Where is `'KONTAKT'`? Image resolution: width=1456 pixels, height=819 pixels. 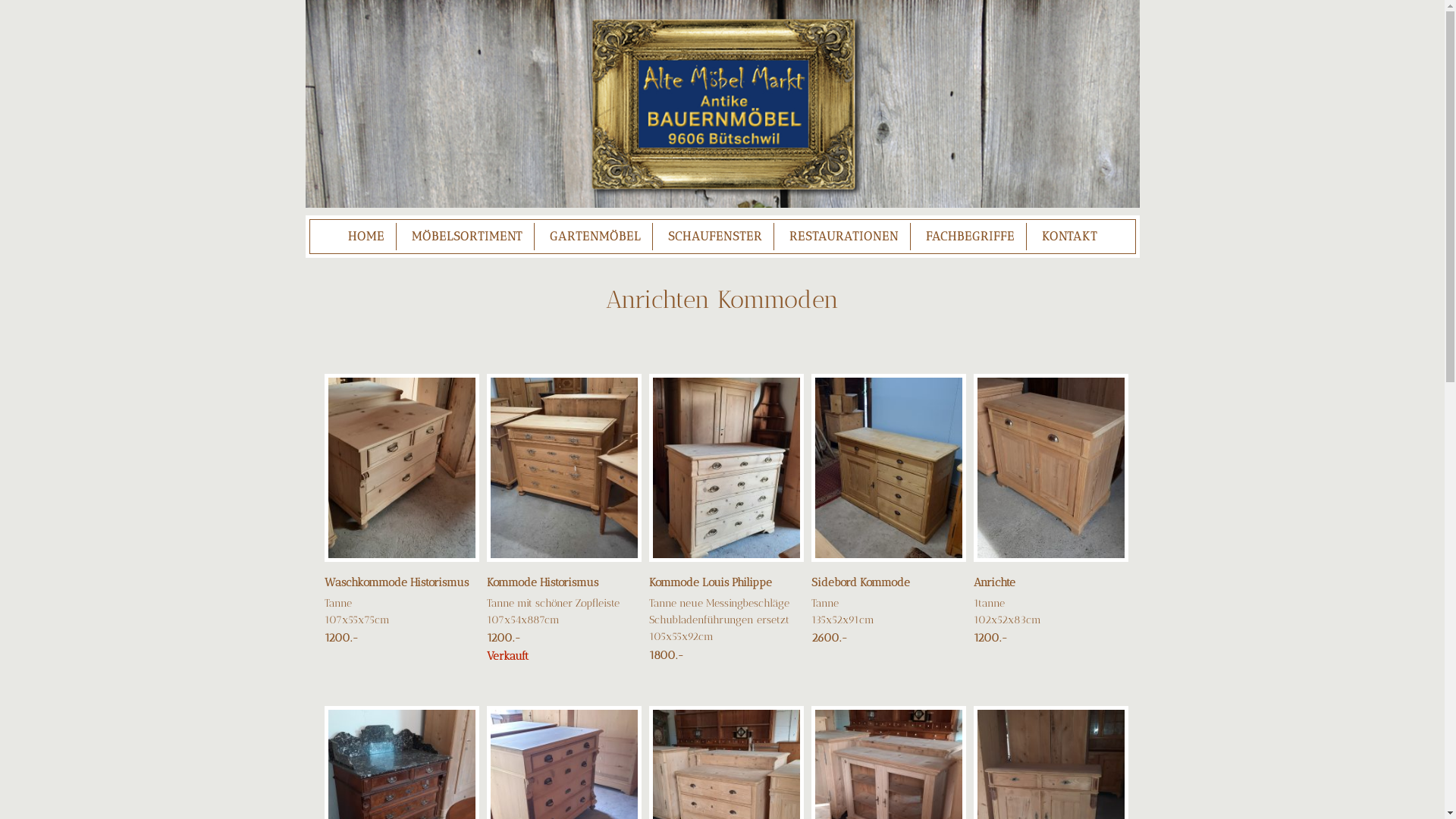 'KONTAKT' is located at coordinates (1068, 237).